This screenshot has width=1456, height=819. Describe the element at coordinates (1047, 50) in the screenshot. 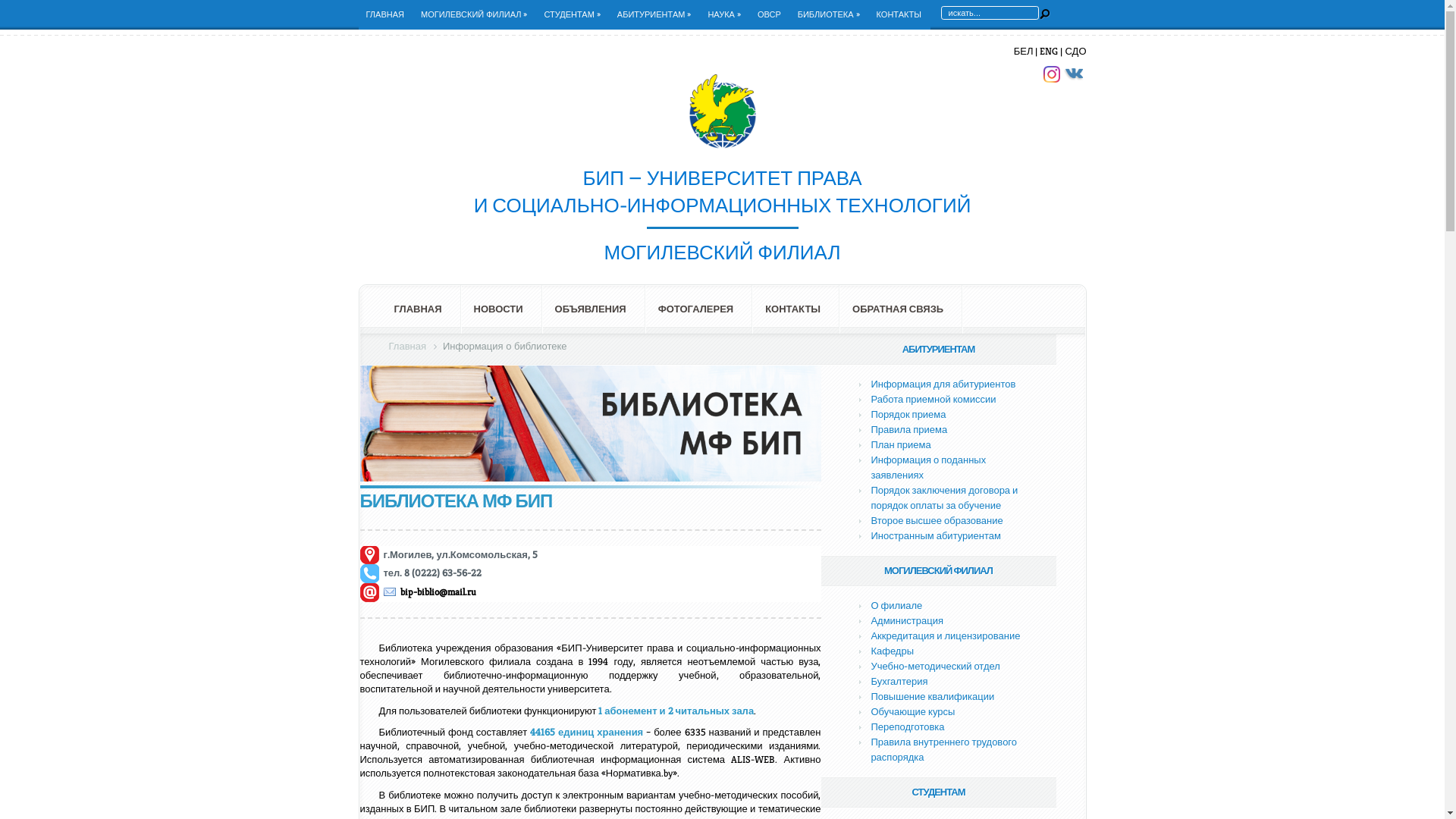

I see `'ENG'` at that location.